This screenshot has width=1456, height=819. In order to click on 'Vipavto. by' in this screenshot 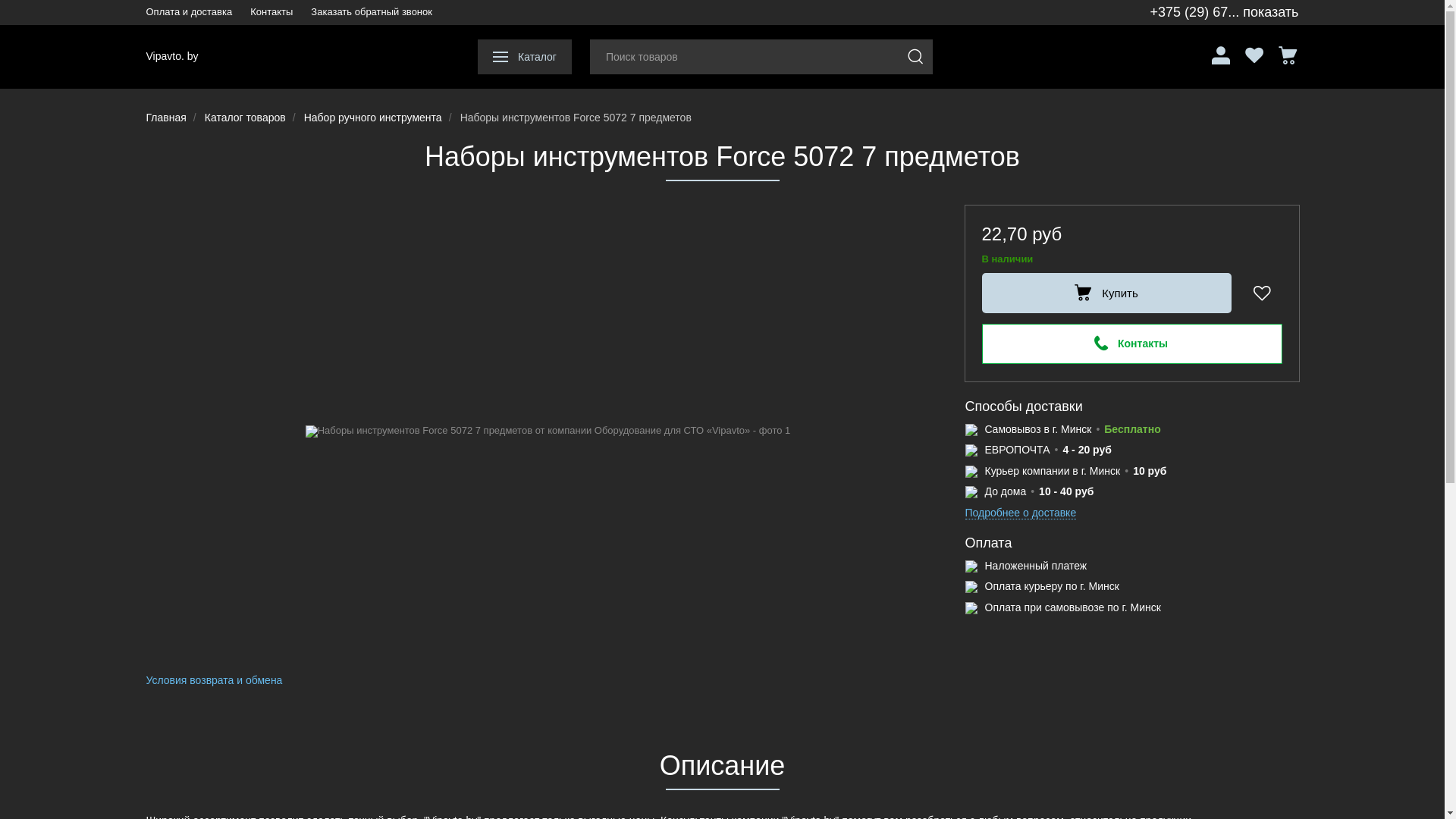, I will do `click(171, 55)`.